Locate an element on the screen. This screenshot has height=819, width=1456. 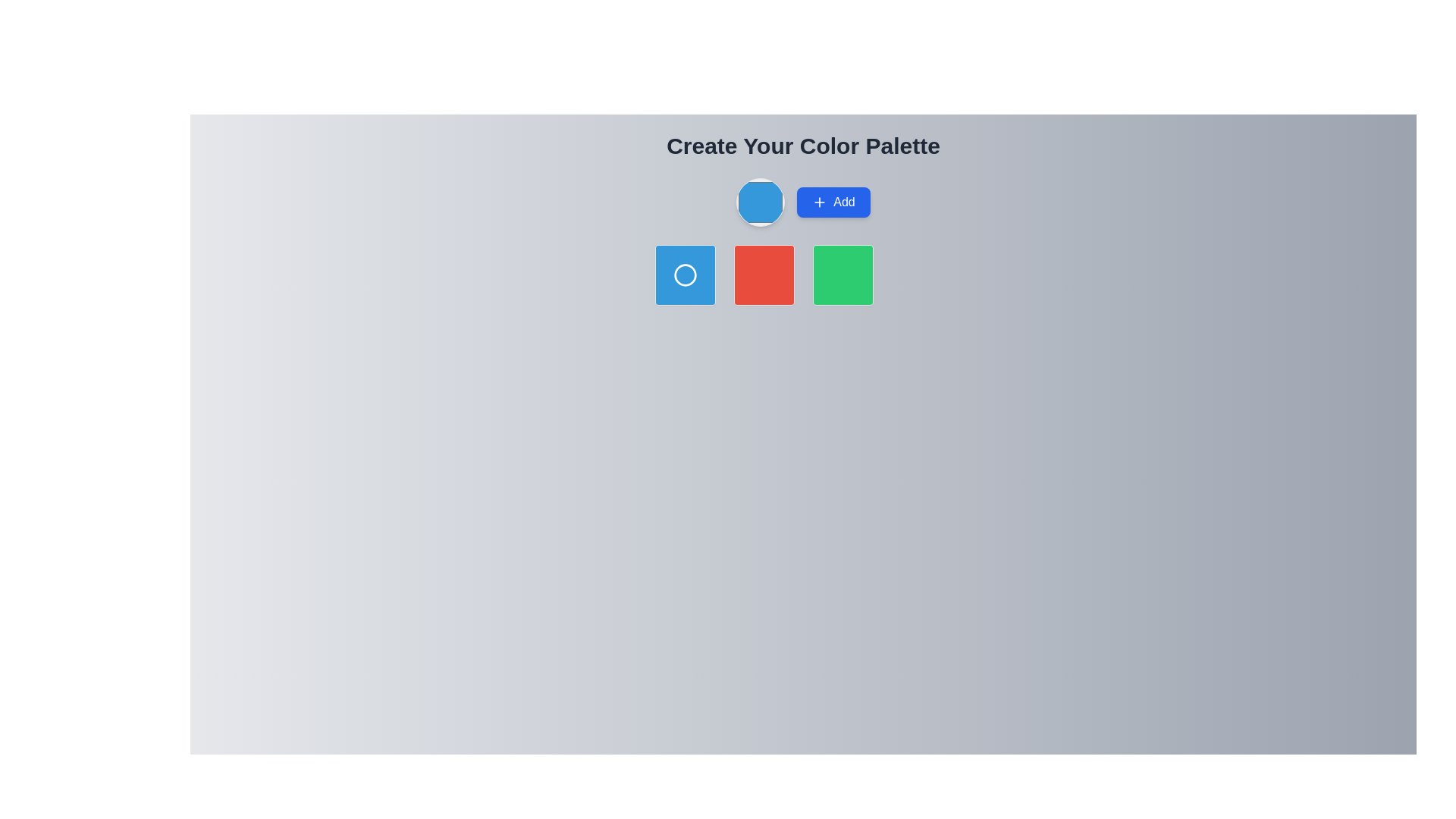
the first colored square icon in the palette creation tool, located on the left side of three colored squares below the 'Create Your Color Palette' text is located at coordinates (684, 275).